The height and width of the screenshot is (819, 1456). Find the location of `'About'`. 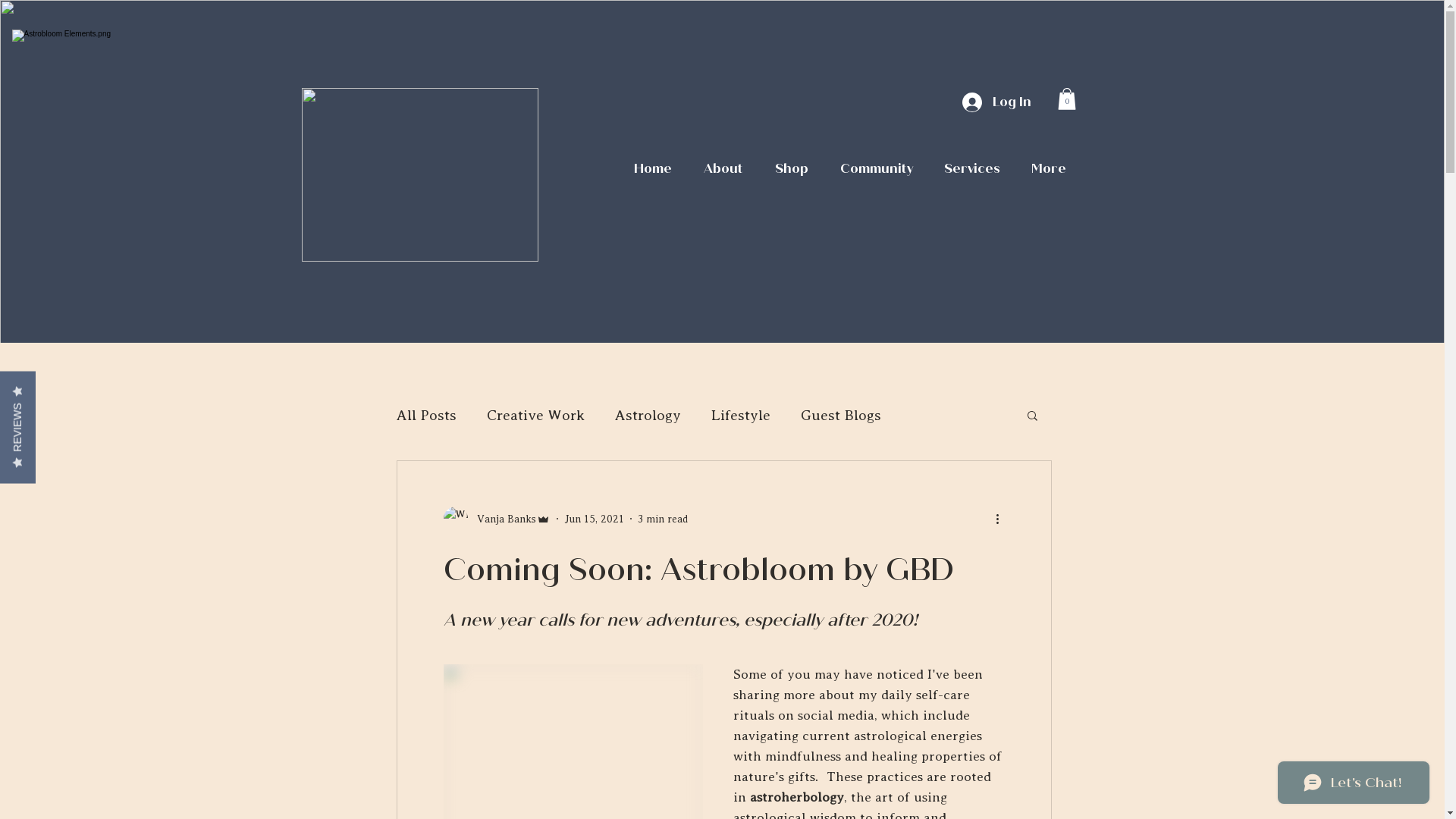

'About' is located at coordinates (686, 169).